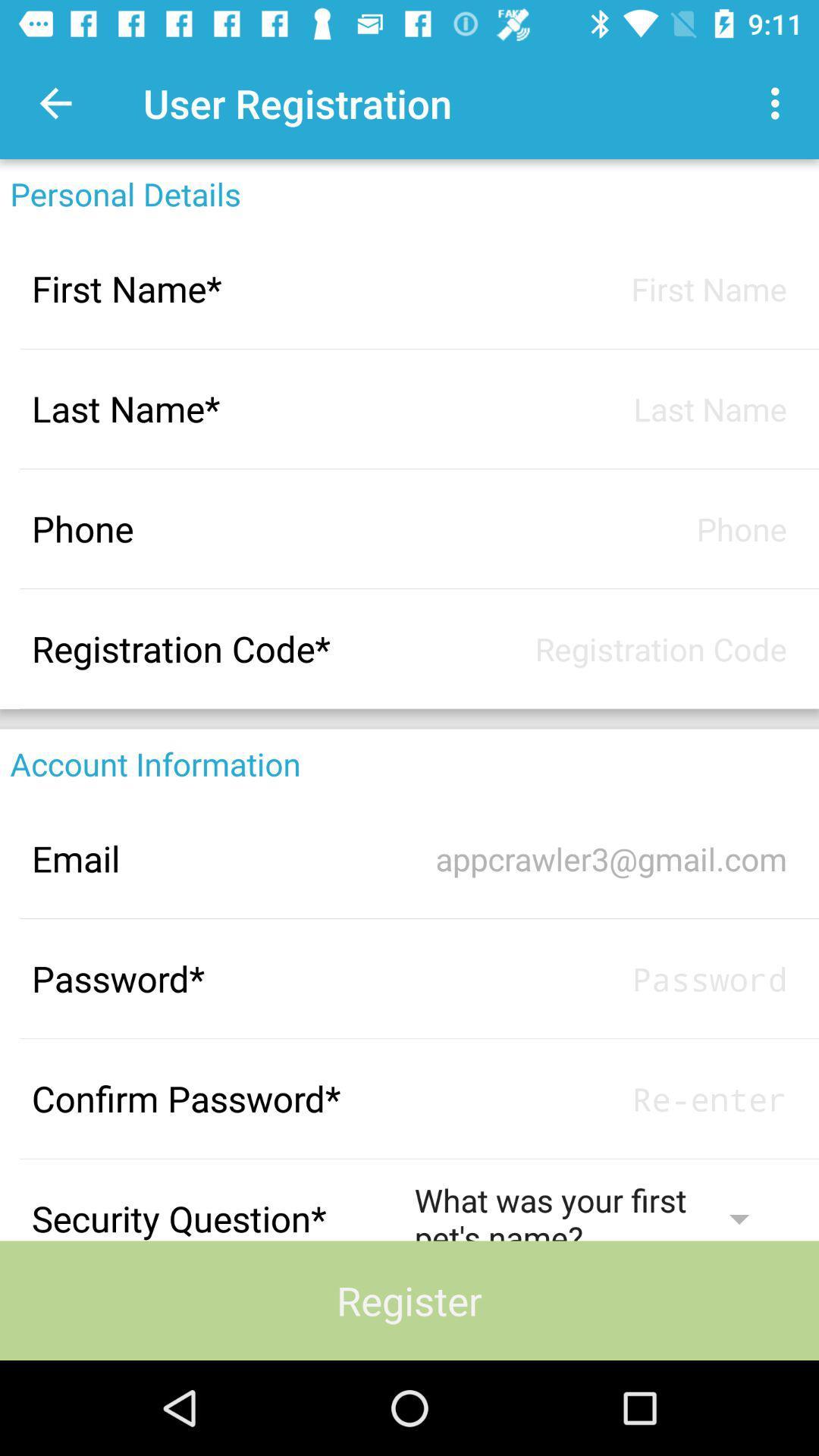 The width and height of the screenshot is (819, 1456). Describe the element at coordinates (600, 978) in the screenshot. I see `the password` at that location.